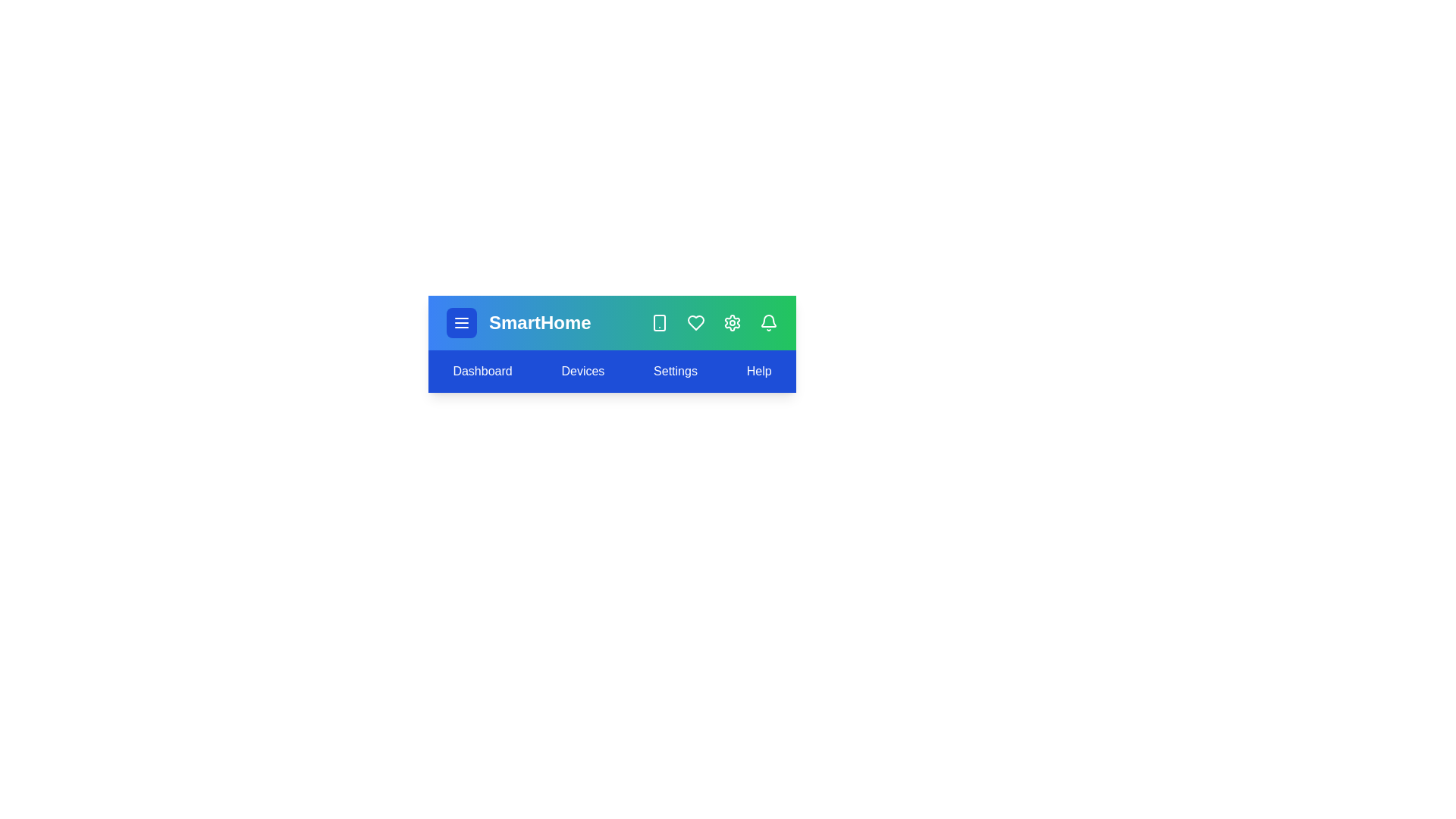 The width and height of the screenshot is (1456, 819). I want to click on the 'Dashboard' menu item, so click(482, 371).